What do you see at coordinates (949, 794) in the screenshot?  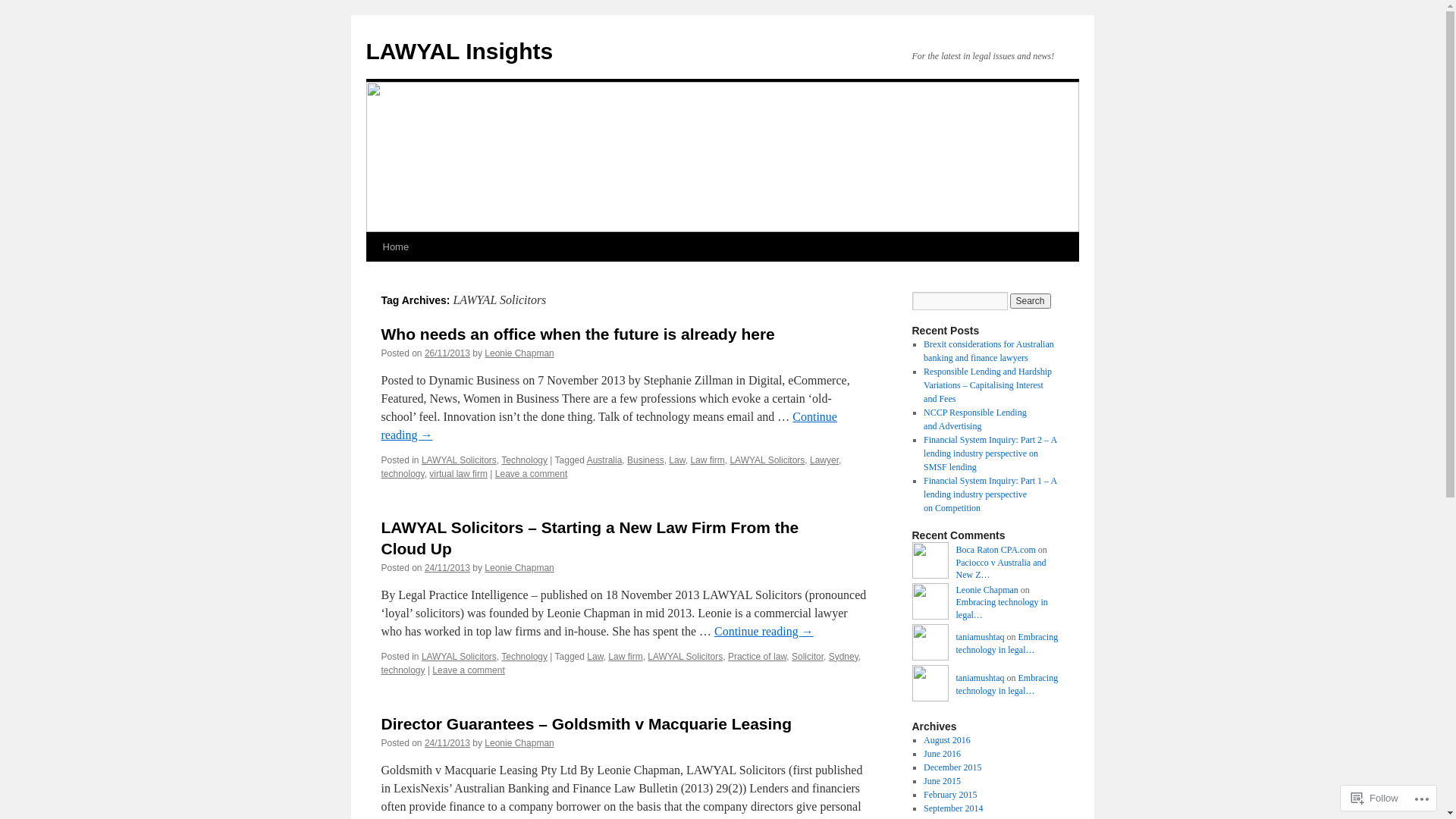 I see `'February 2015'` at bounding box center [949, 794].